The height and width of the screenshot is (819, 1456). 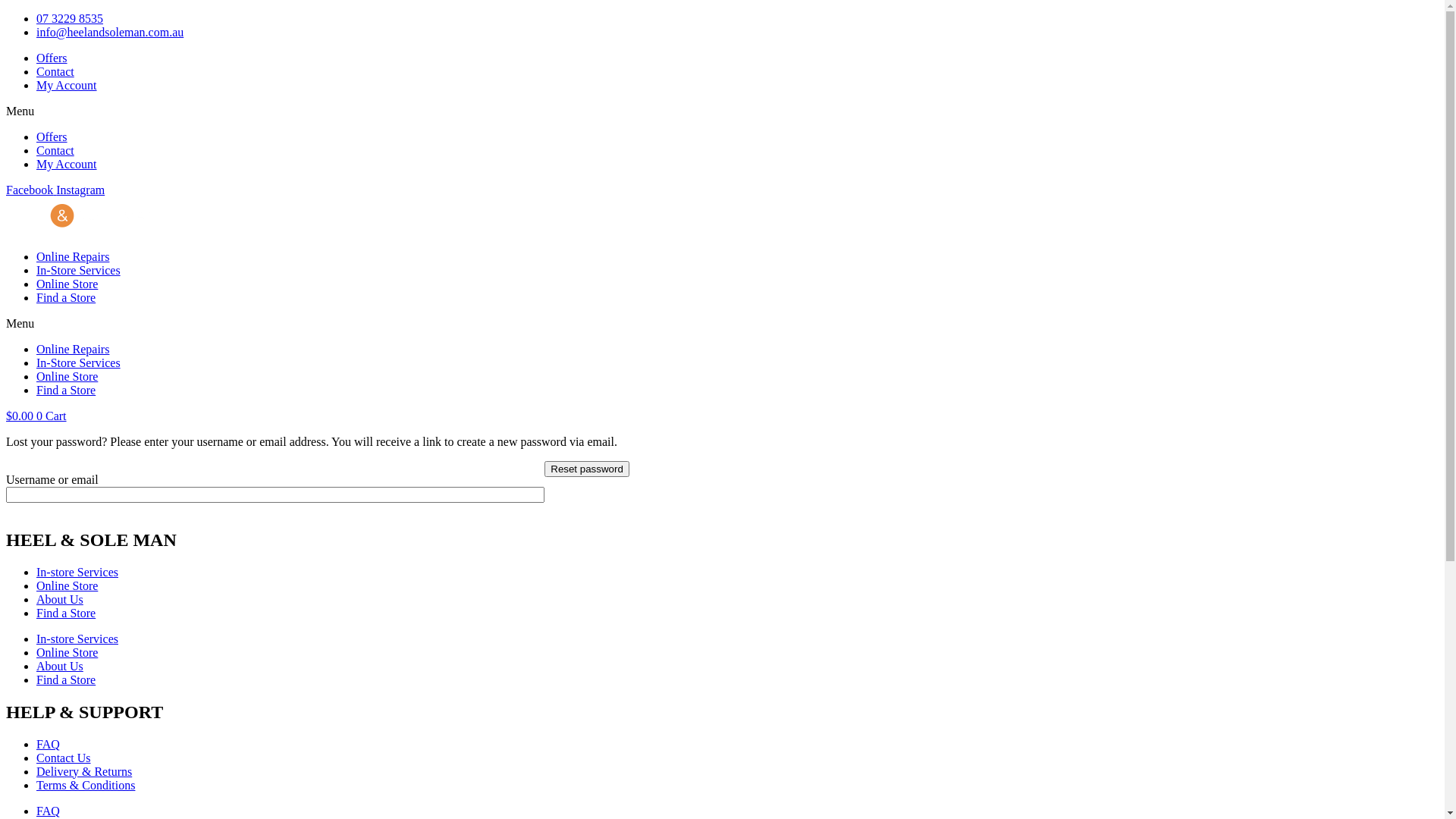 I want to click on 'Find a Store', so click(x=36, y=679).